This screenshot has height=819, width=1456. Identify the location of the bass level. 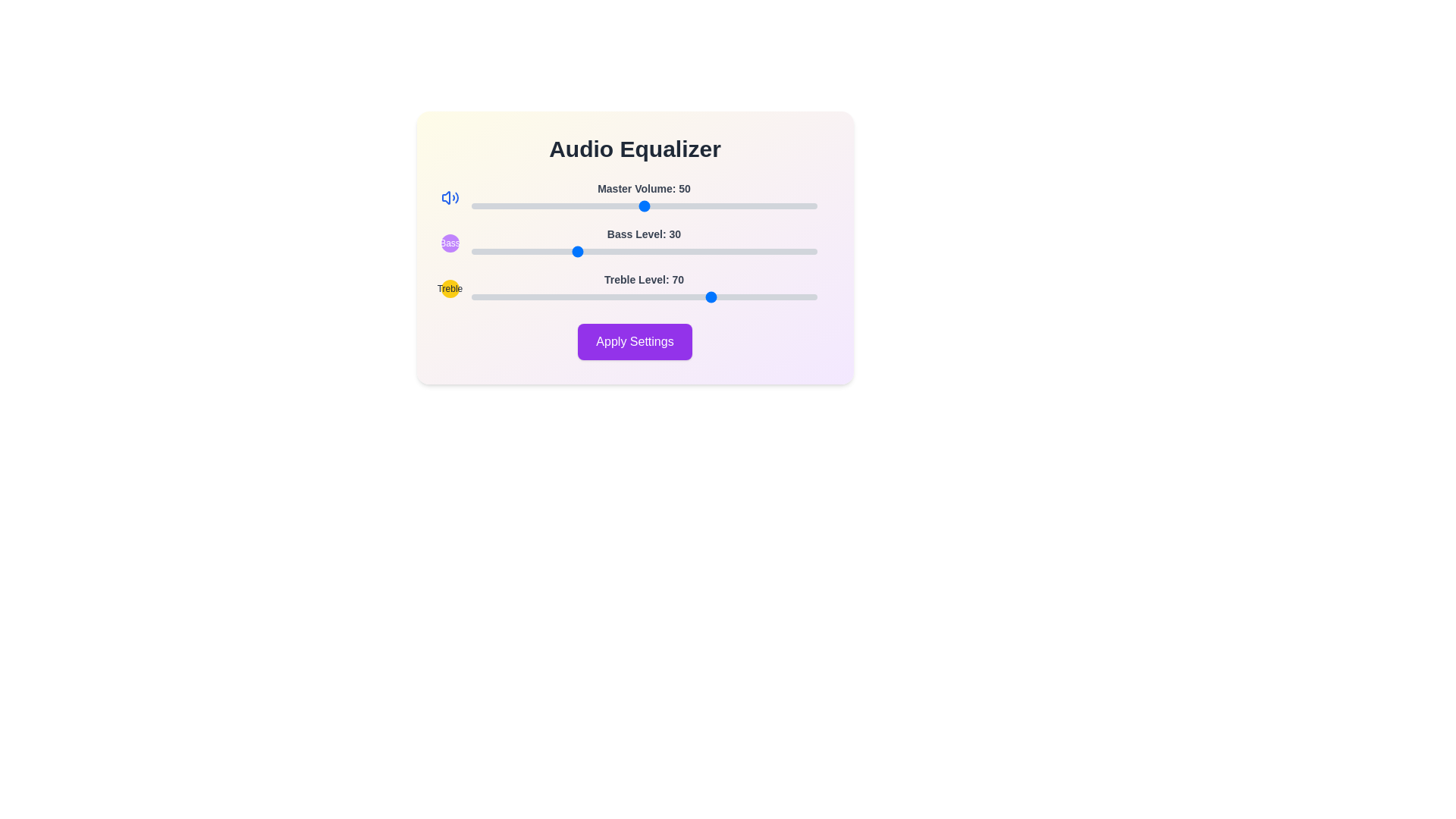
(633, 250).